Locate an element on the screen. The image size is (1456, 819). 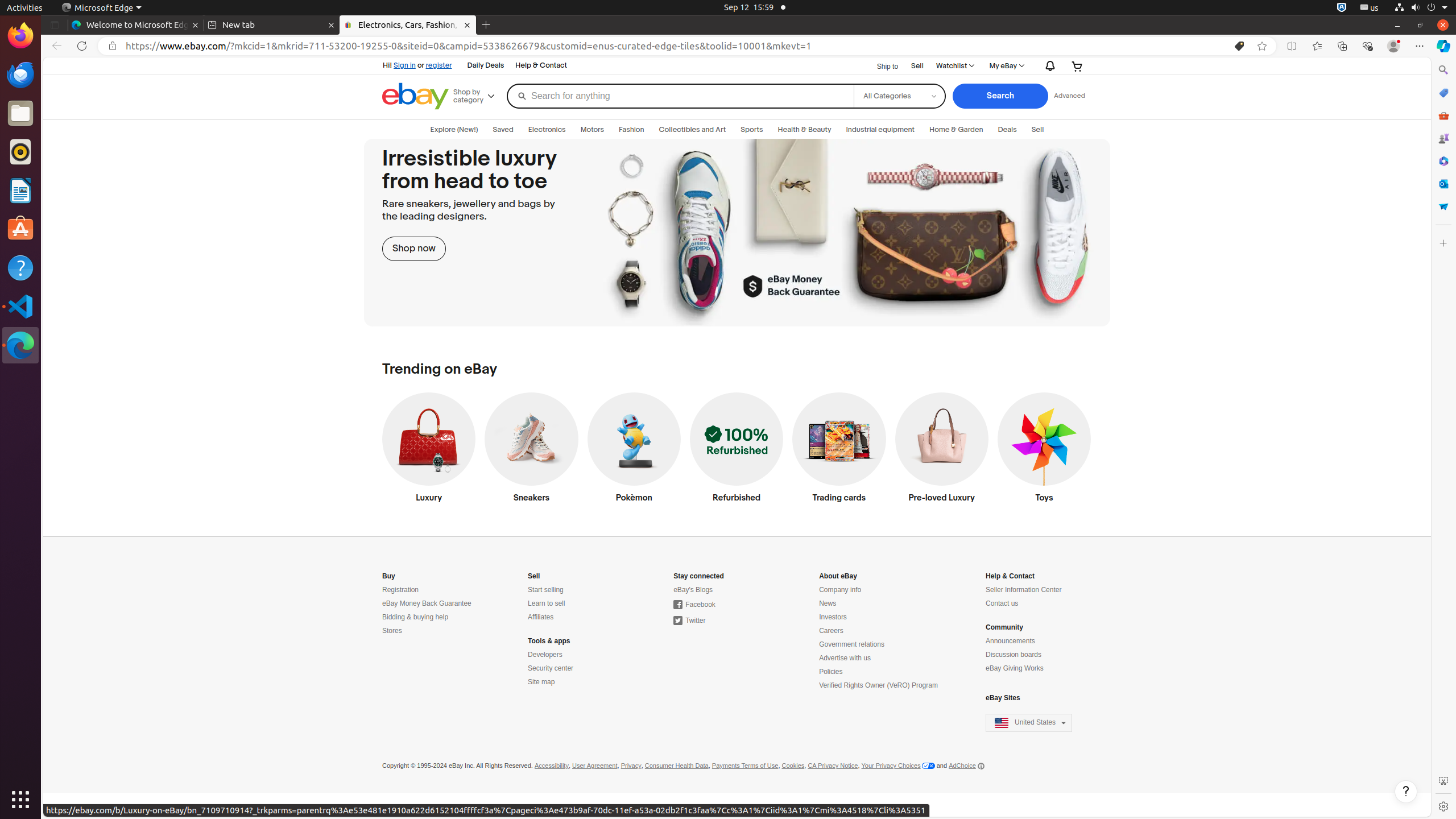
'Your Privacy Choices' is located at coordinates (897, 765).